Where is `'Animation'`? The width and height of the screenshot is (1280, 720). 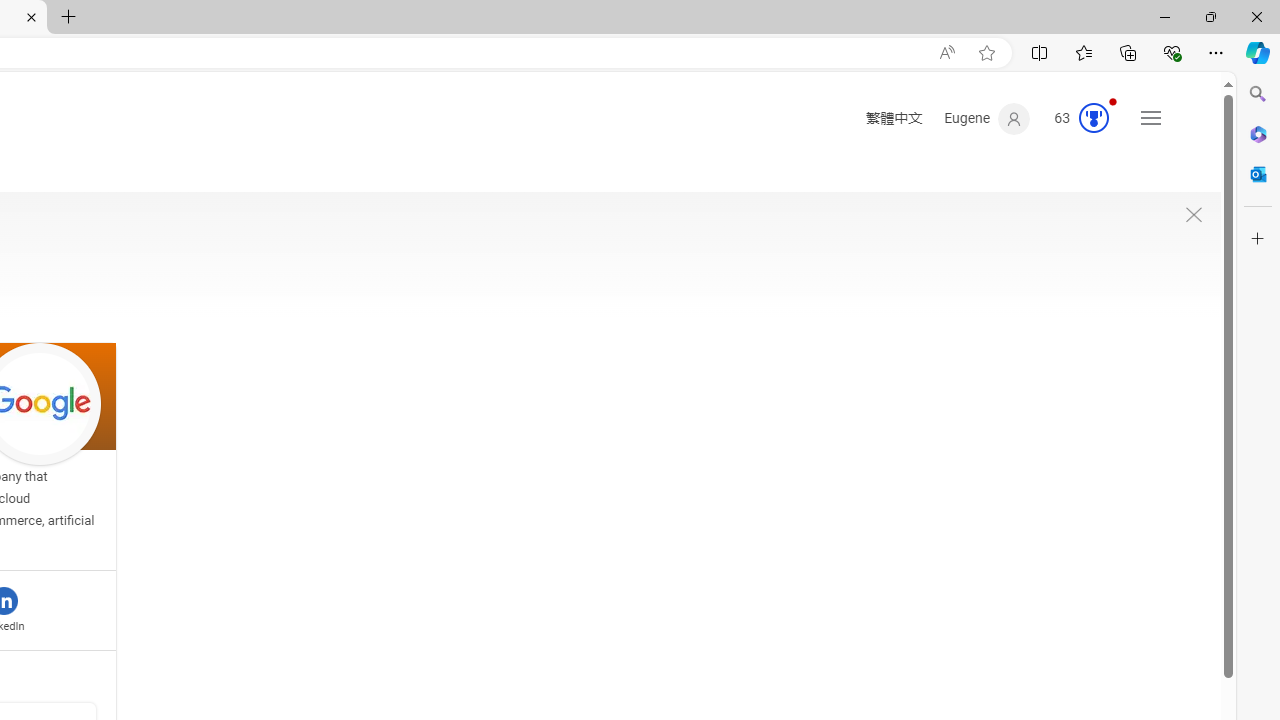
'Animation' is located at coordinates (1111, 101).